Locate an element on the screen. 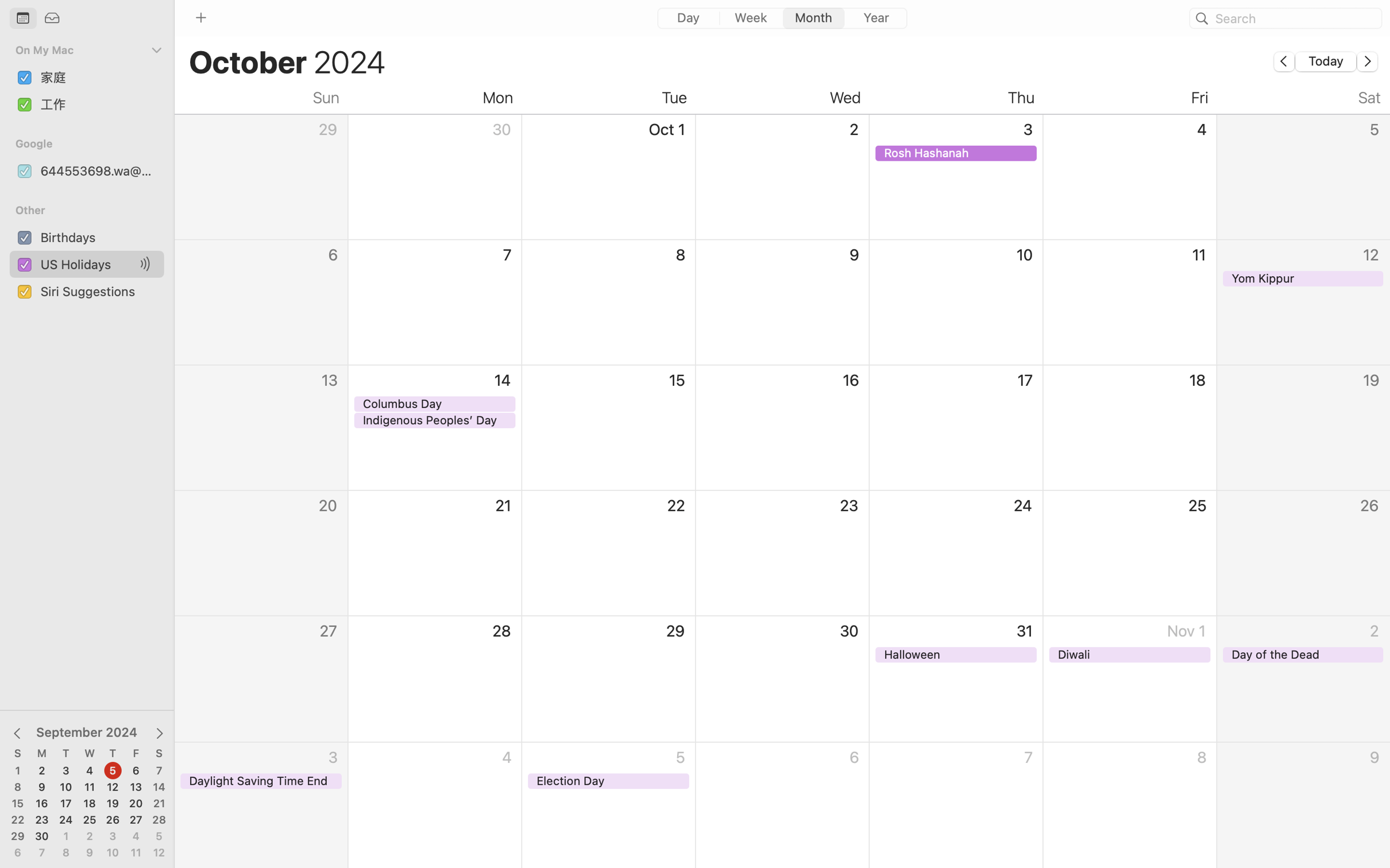 Image resolution: width=1390 pixels, height=868 pixels. 'Google' is located at coordinates (92, 144).